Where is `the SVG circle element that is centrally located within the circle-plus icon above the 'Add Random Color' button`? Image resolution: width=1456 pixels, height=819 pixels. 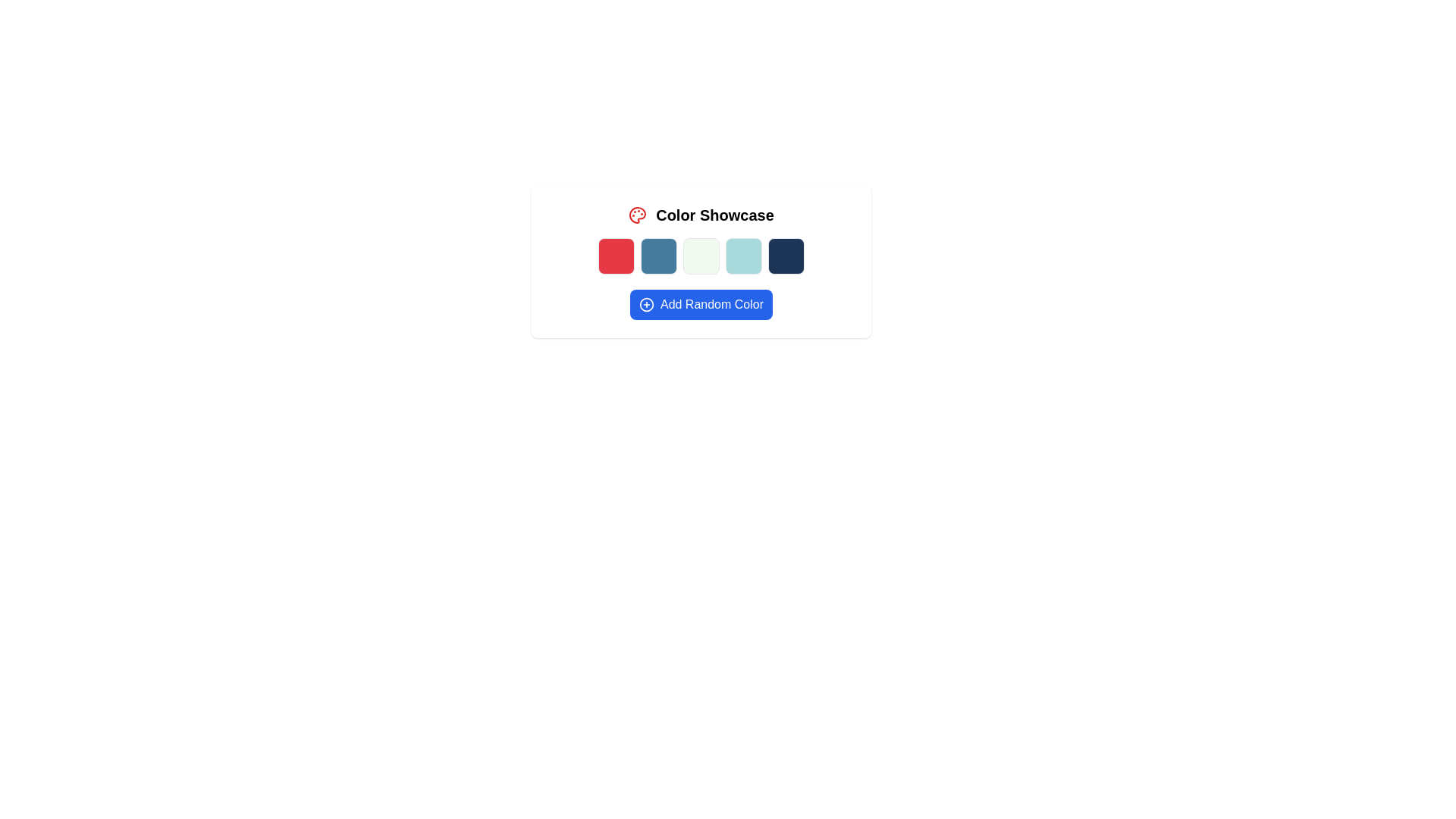 the SVG circle element that is centrally located within the circle-plus icon above the 'Add Random Color' button is located at coordinates (646, 304).